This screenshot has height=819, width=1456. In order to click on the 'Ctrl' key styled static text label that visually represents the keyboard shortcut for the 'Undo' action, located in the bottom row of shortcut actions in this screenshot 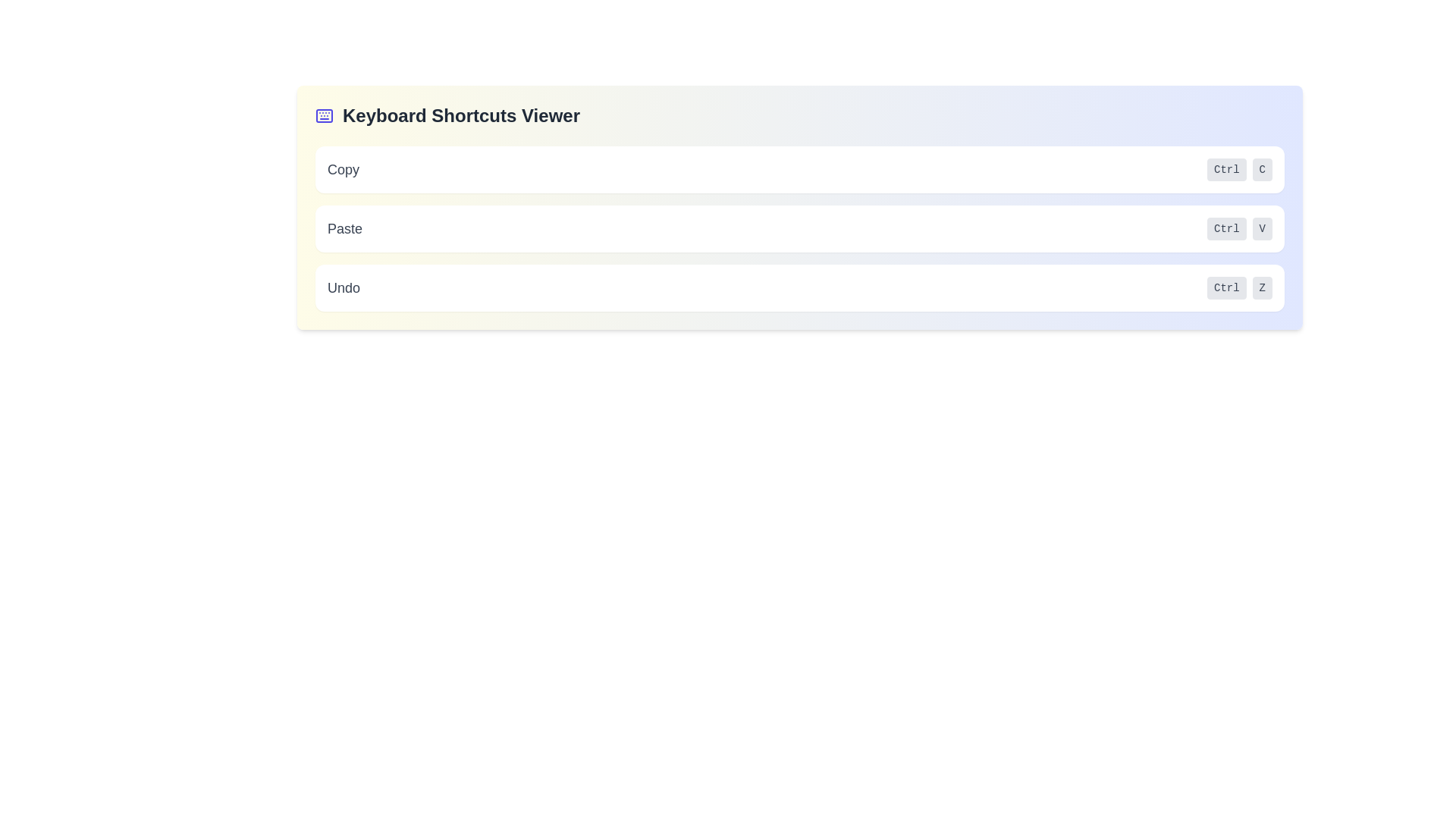, I will do `click(1226, 288)`.